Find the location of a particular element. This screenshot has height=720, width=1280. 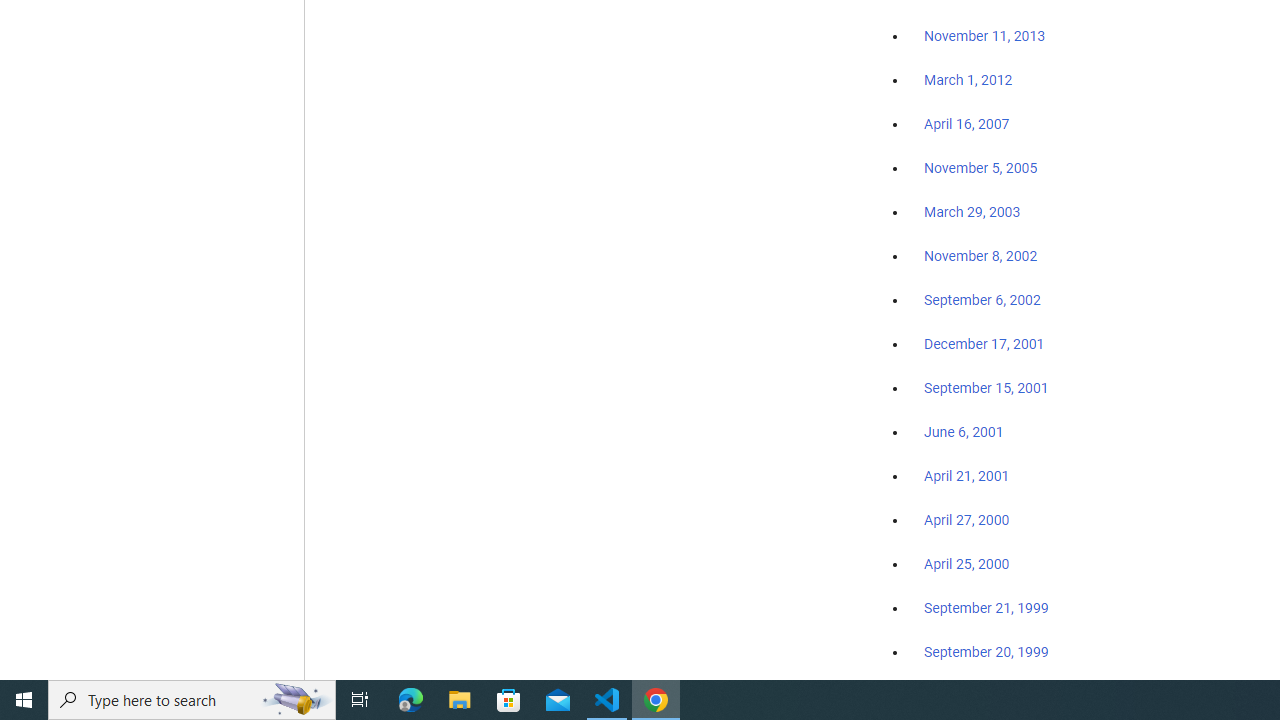

'November 5, 2005' is located at coordinates (981, 167).